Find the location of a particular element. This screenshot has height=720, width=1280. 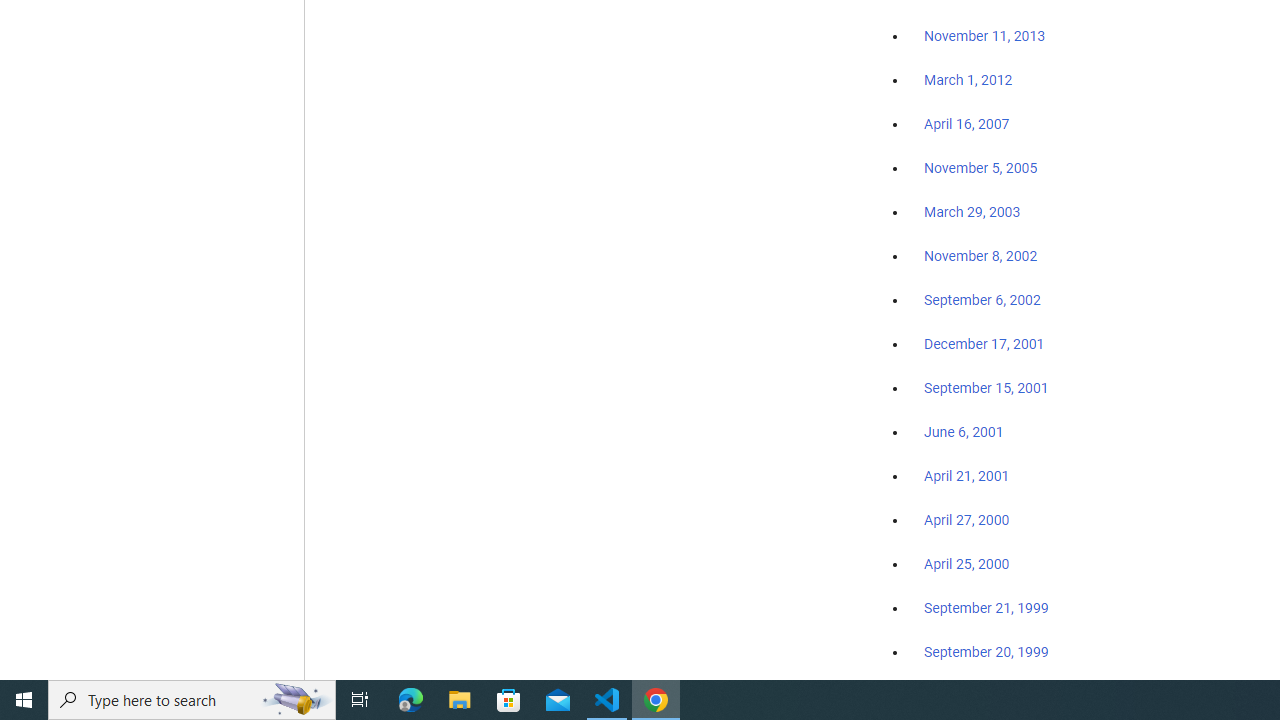

'November 5, 2005' is located at coordinates (981, 167).